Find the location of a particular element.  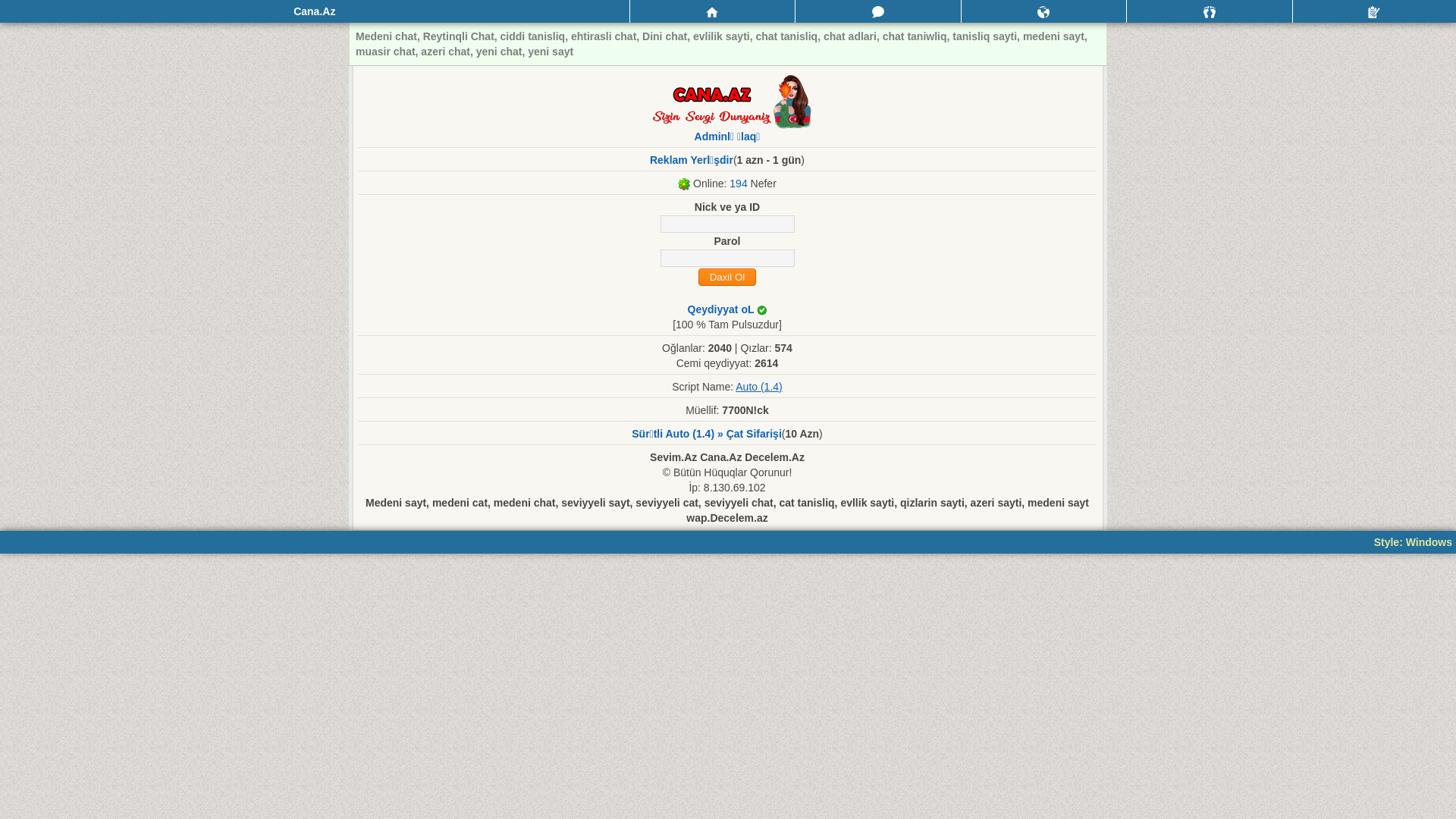

'Mesajlar' is located at coordinates (877, 11).